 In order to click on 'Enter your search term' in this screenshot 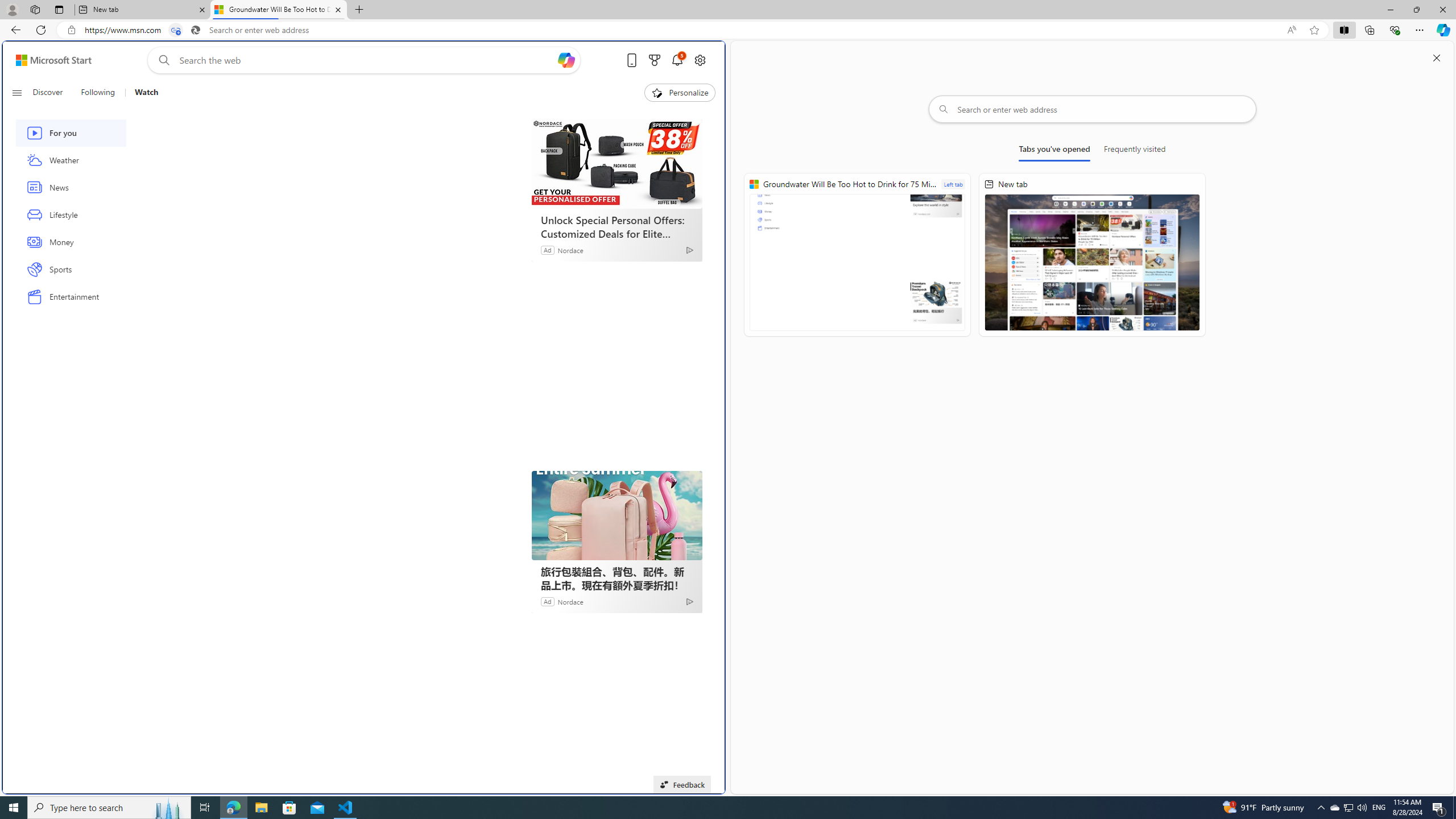, I will do `click(366, 59)`.